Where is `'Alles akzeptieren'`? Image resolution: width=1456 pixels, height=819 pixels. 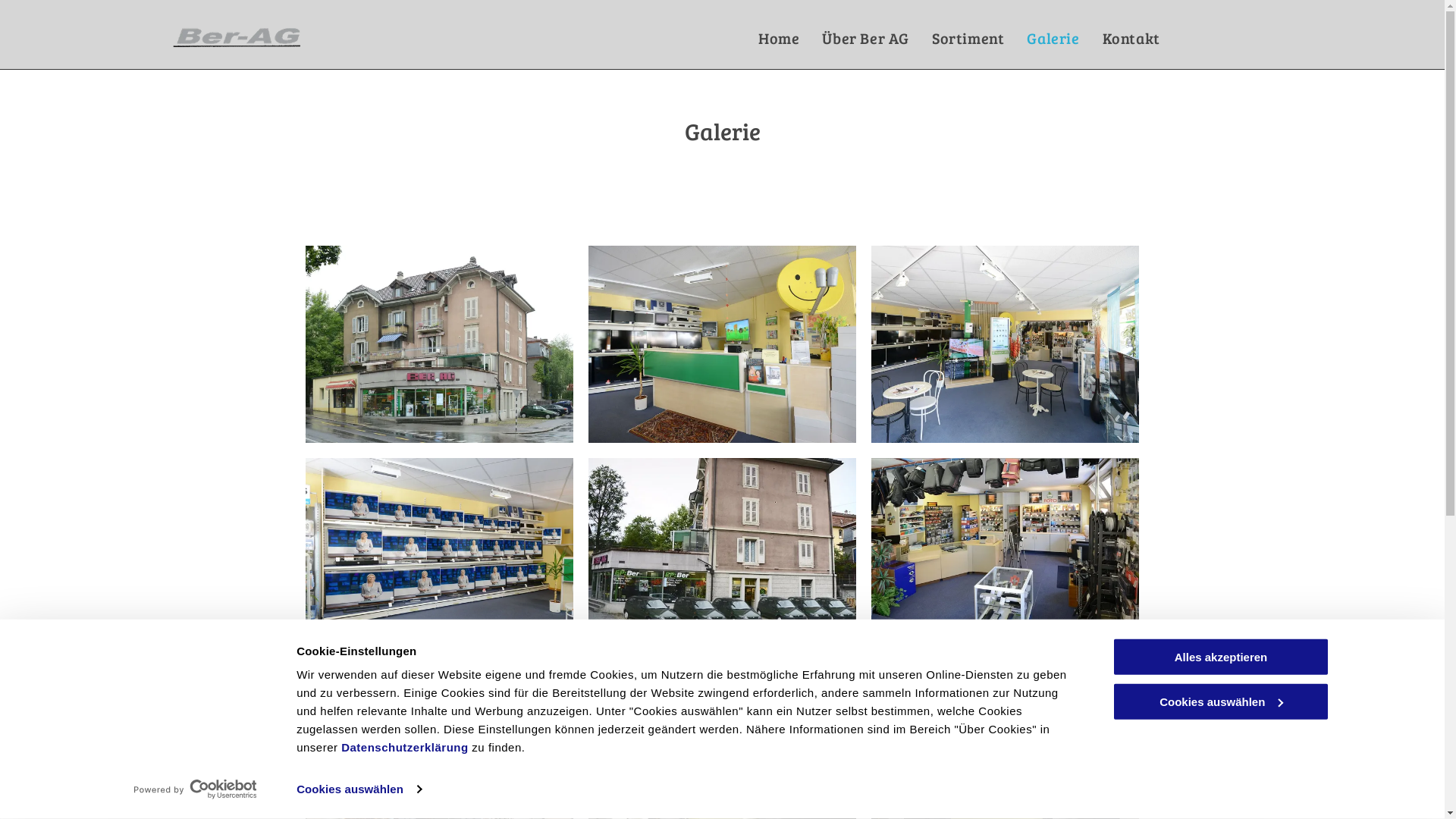 'Alles akzeptieren' is located at coordinates (1219, 656).